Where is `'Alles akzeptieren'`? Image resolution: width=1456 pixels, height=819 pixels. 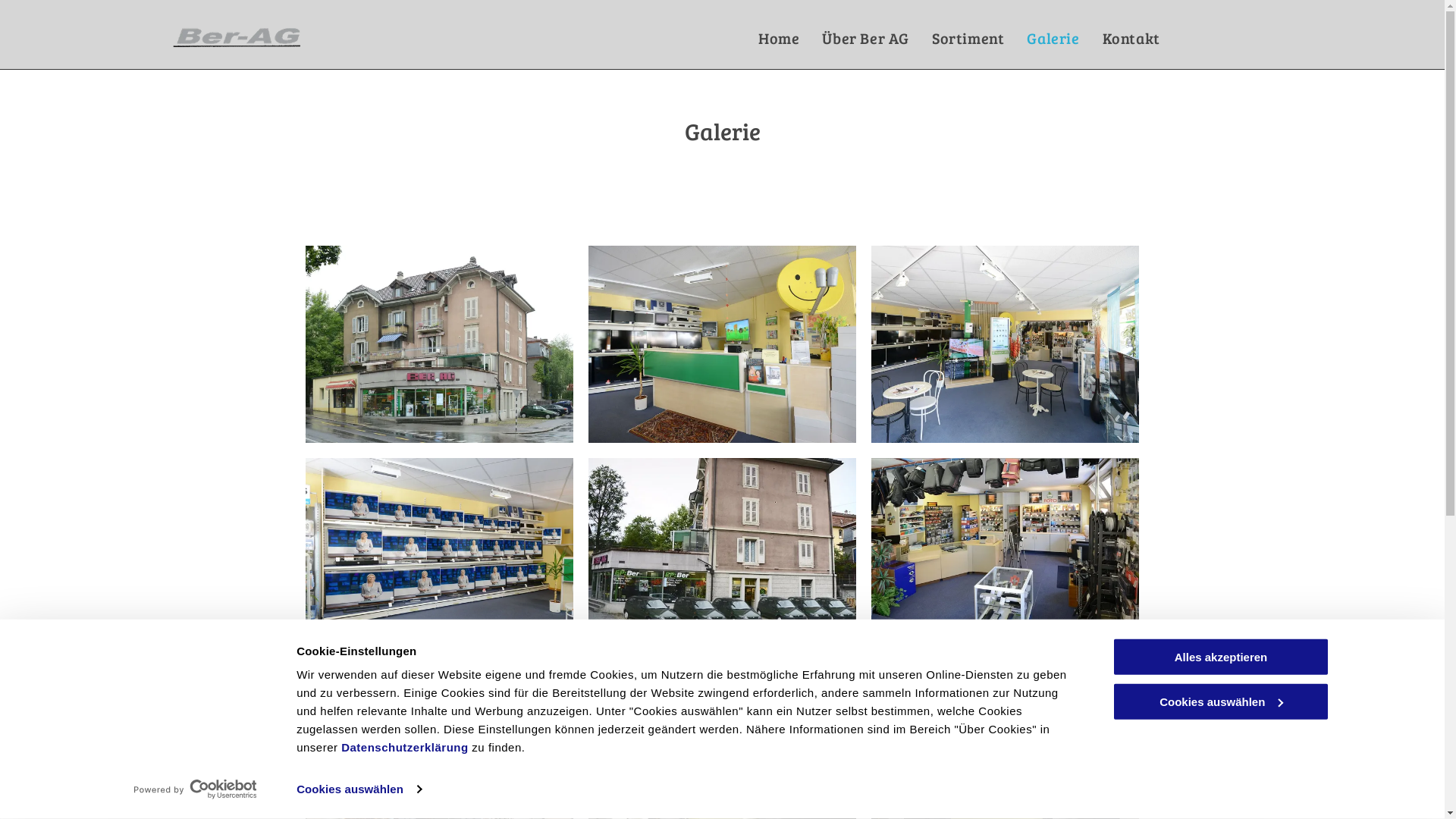 'Alles akzeptieren' is located at coordinates (1219, 656).